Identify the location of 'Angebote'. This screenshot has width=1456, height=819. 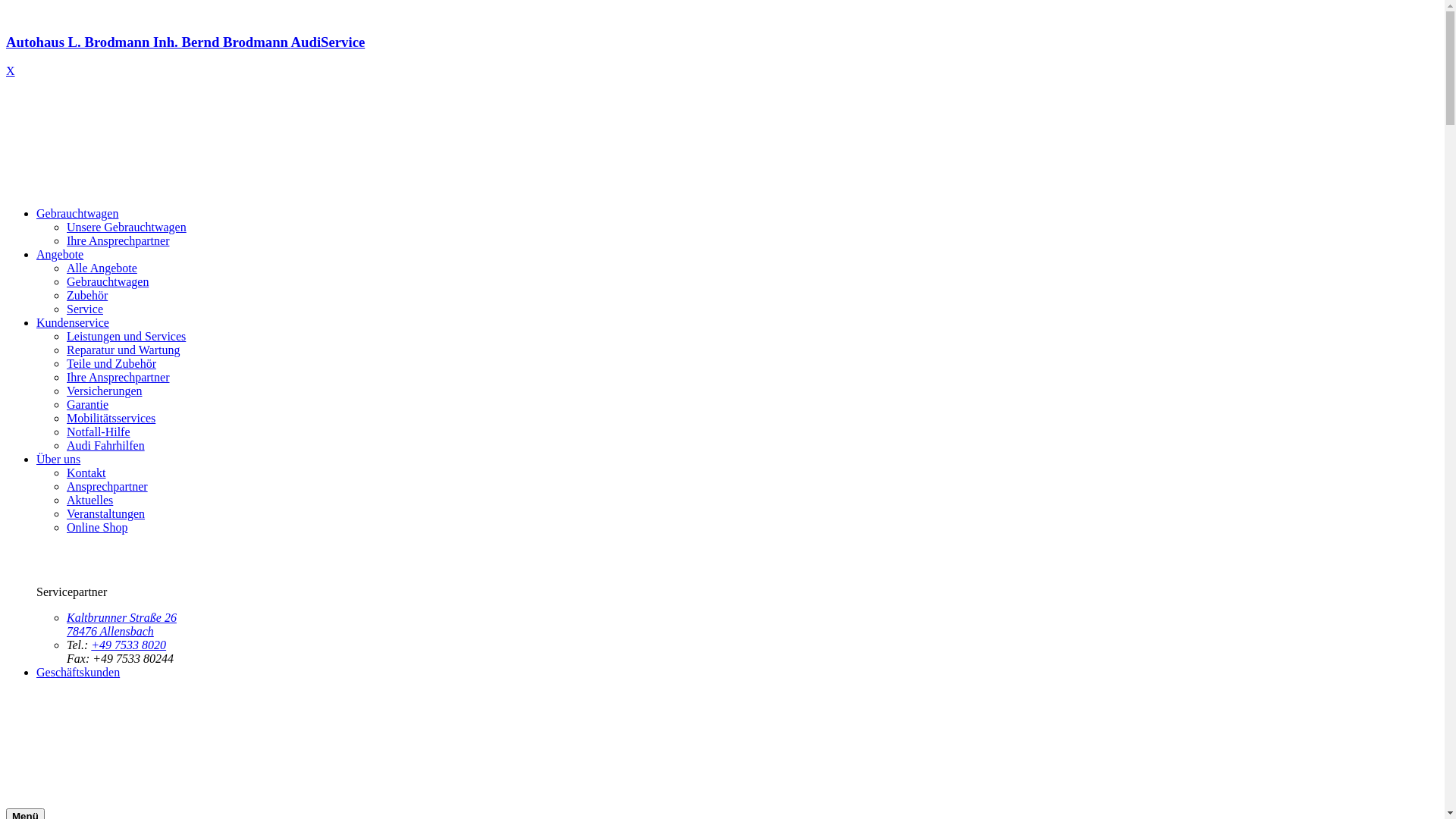
(36, 253).